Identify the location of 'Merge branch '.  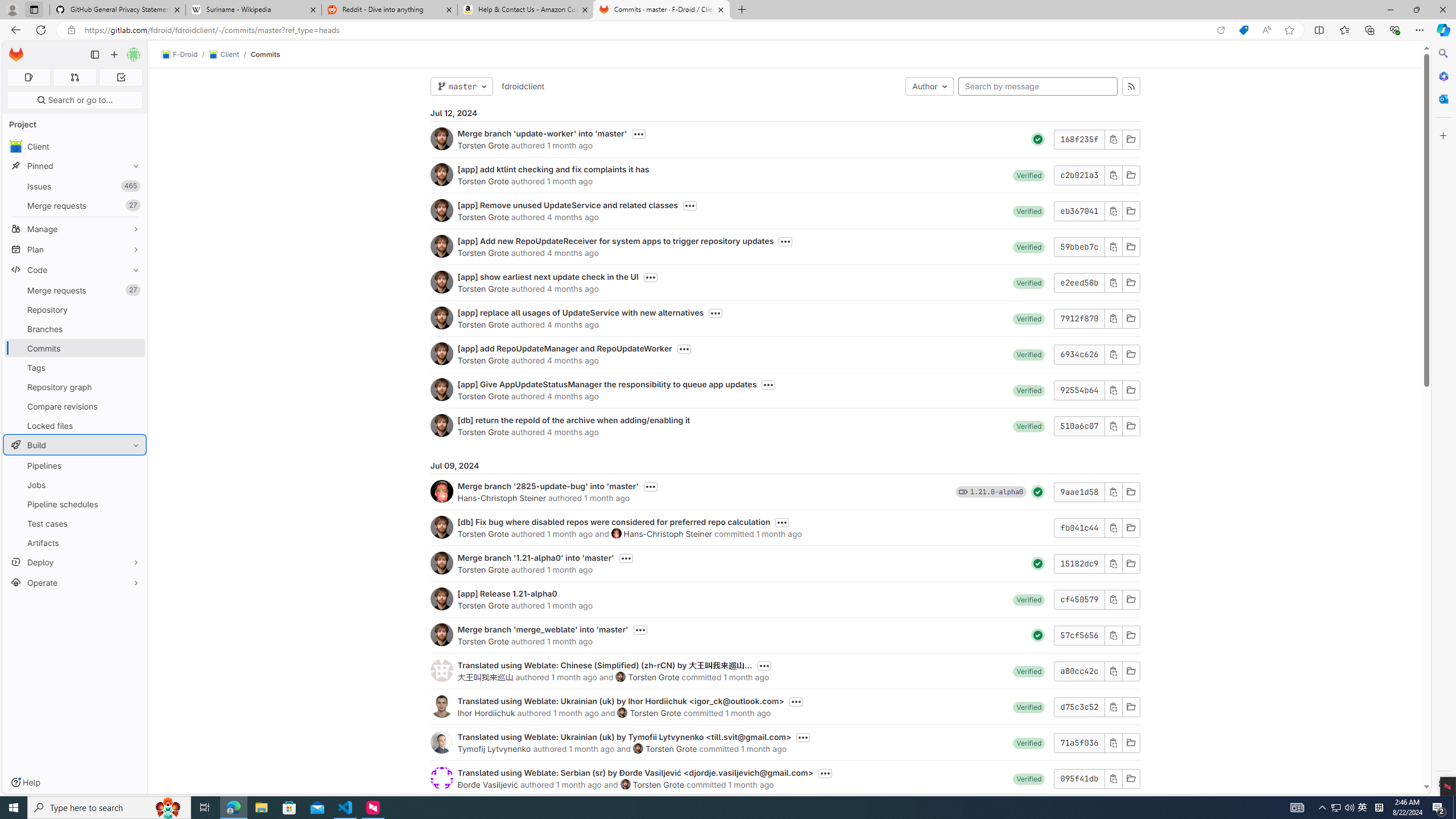
(542, 133).